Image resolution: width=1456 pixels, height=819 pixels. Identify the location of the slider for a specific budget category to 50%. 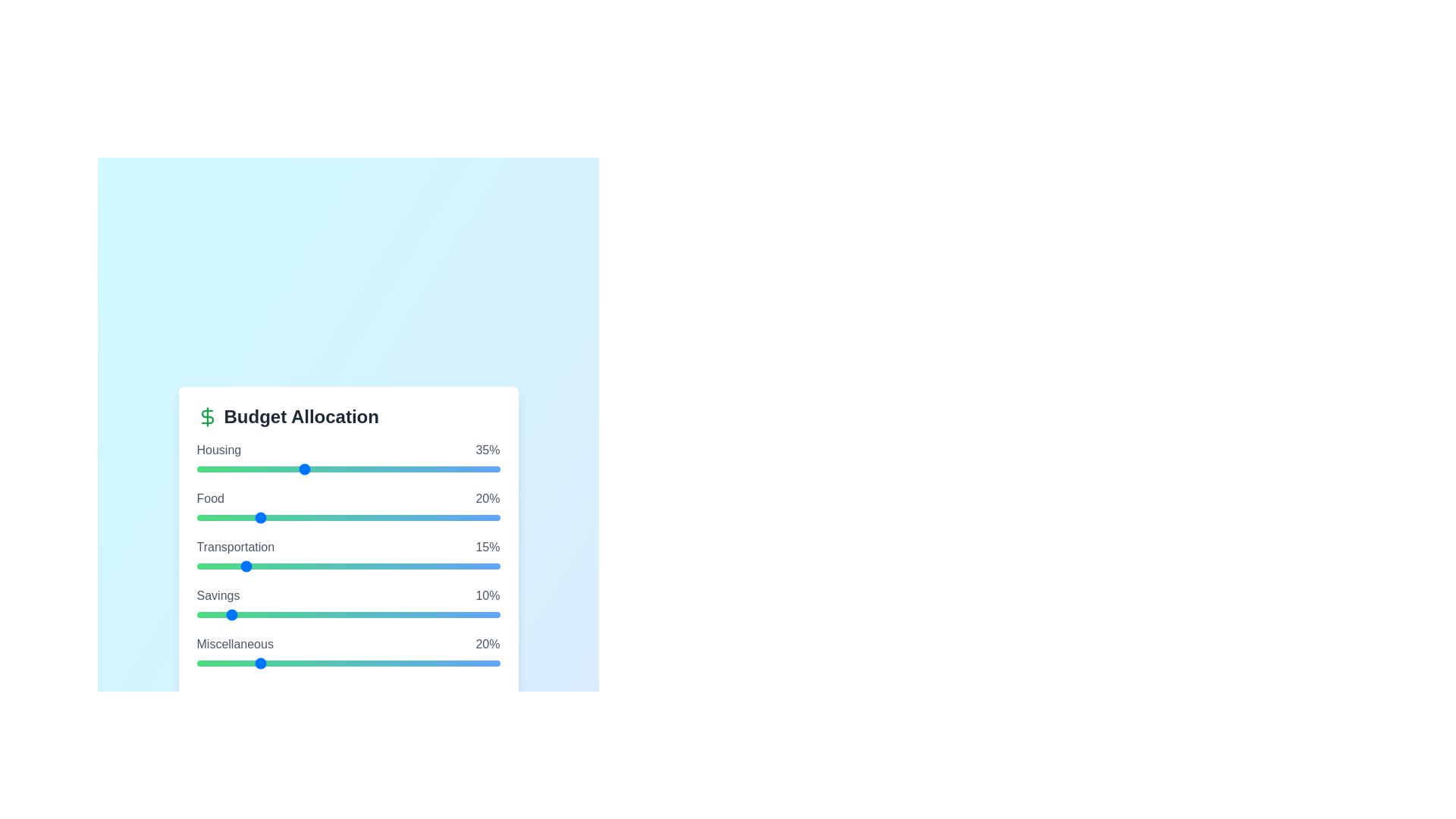
(347, 468).